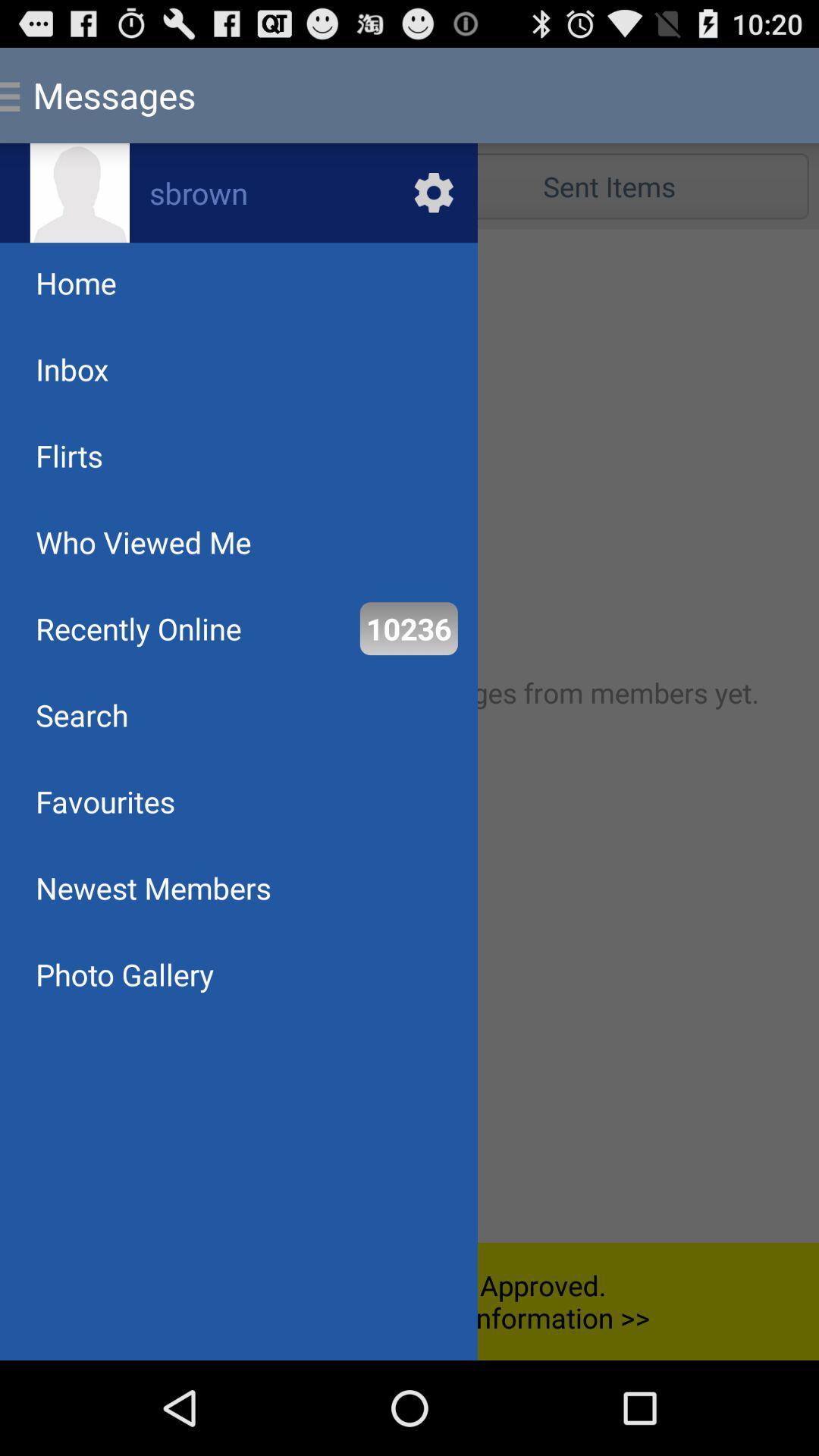 This screenshot has height=1456, width=819. Describe the element at coordinates (69, 455) in the screenshot. I see `the app above the who viewed me app` at that location.